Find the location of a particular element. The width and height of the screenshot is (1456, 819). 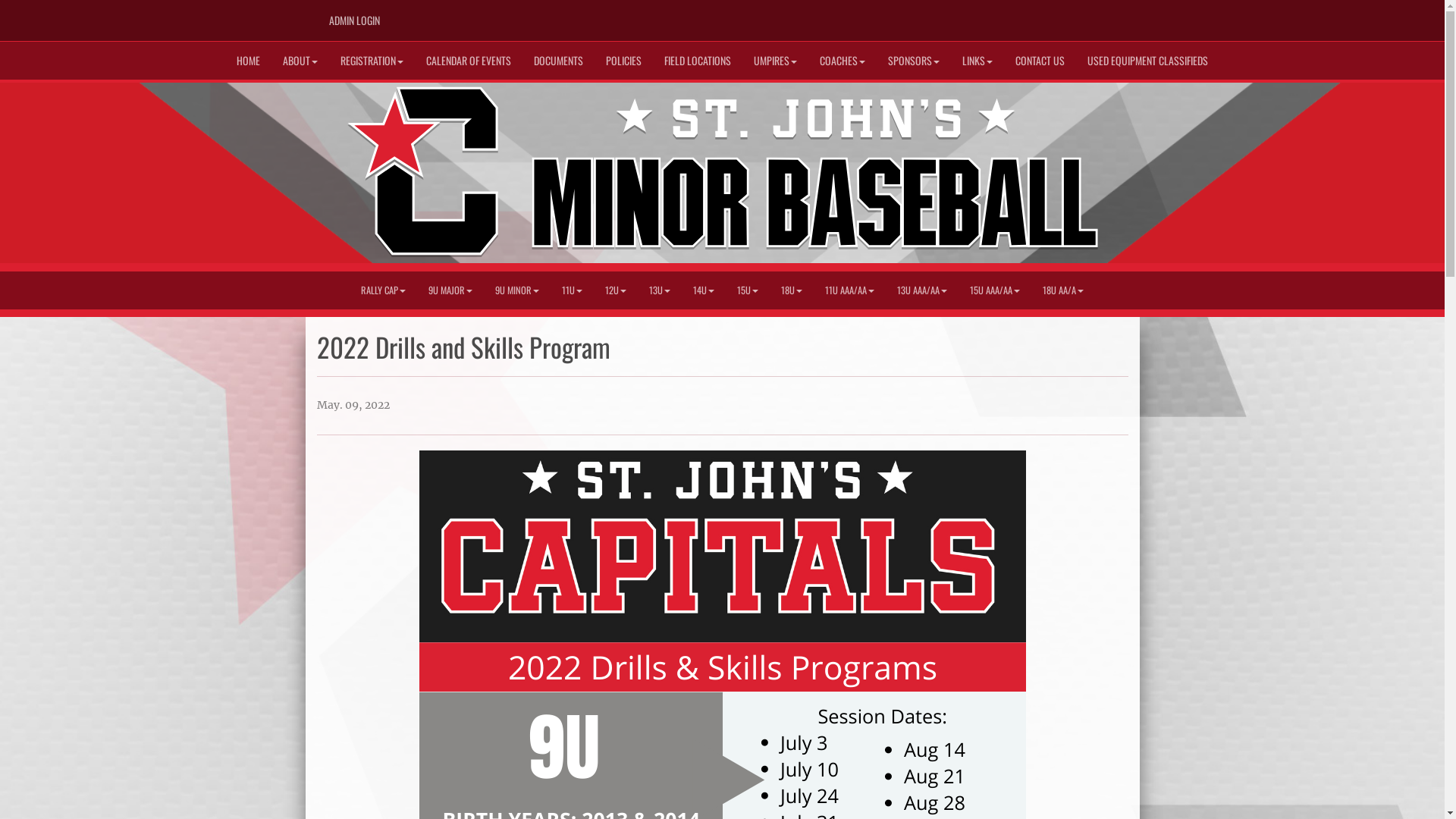

'RALLY CAP' is located at coordinates (383, 290).